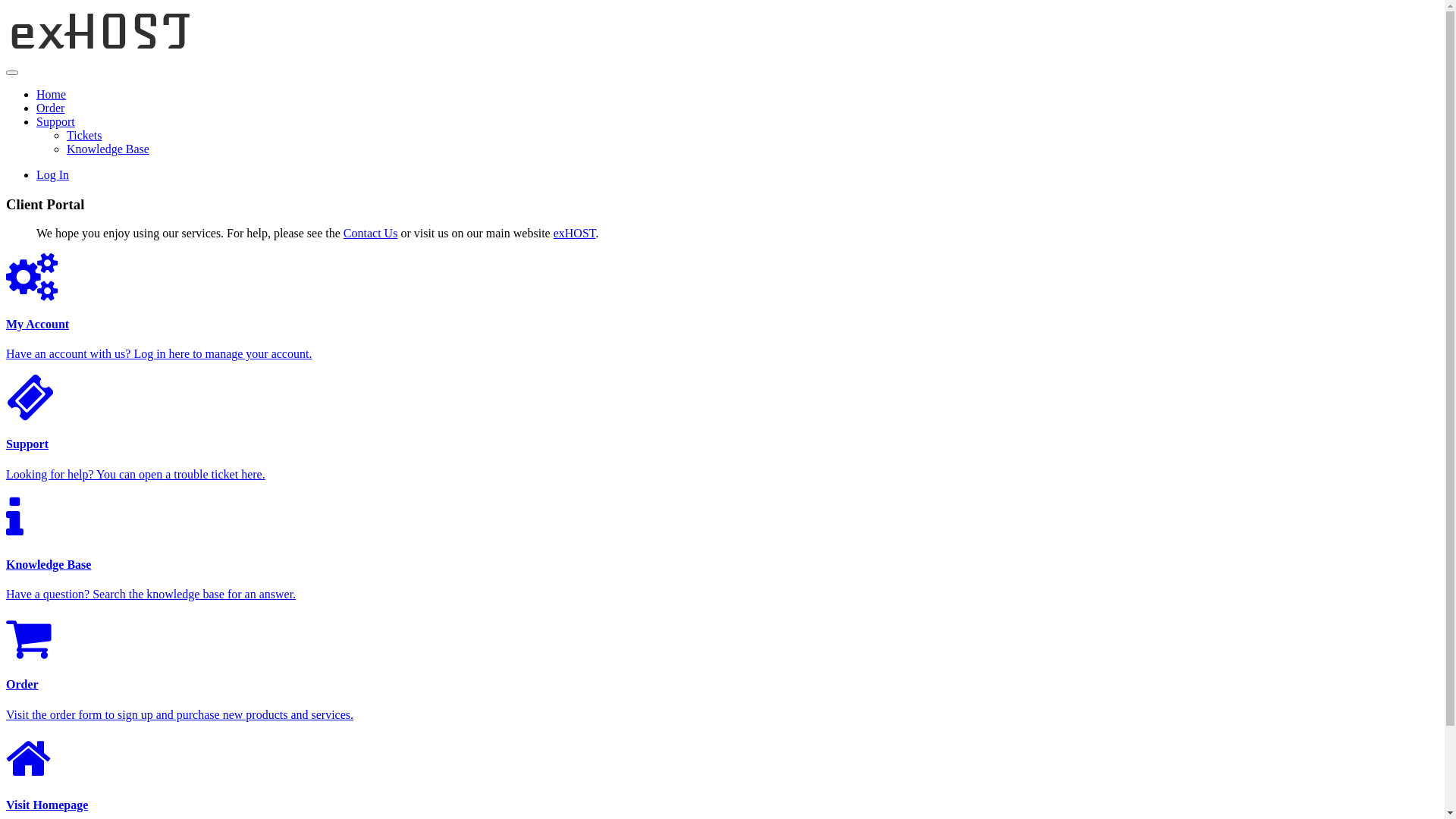 The width and height of the screenshot is (1456, 819). What do you see at coordinates (36, 174) in the screenshot?
I see `'Log In'` at bounding box center [36, 174].